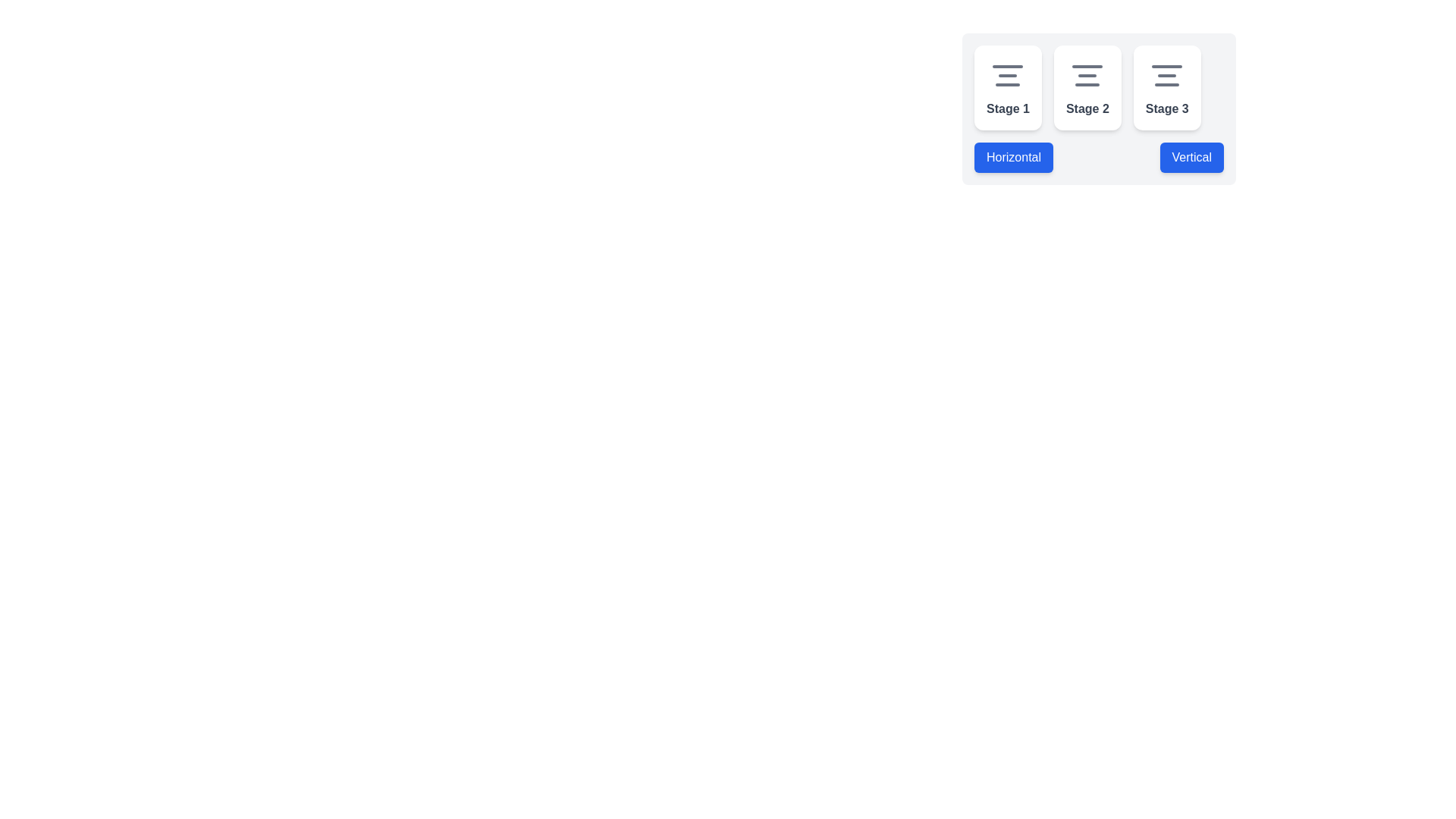 The width and height of the screenshot is (1456, 819). What do you see at coordinates (1014, 158) in the screenshot?
I see `the 'Horizontal' layout button located at the bottom left of the group containing 'Stage 1,' 'Stage 2,' and 'Stage 3,'` at bounding box center [1014, 158].